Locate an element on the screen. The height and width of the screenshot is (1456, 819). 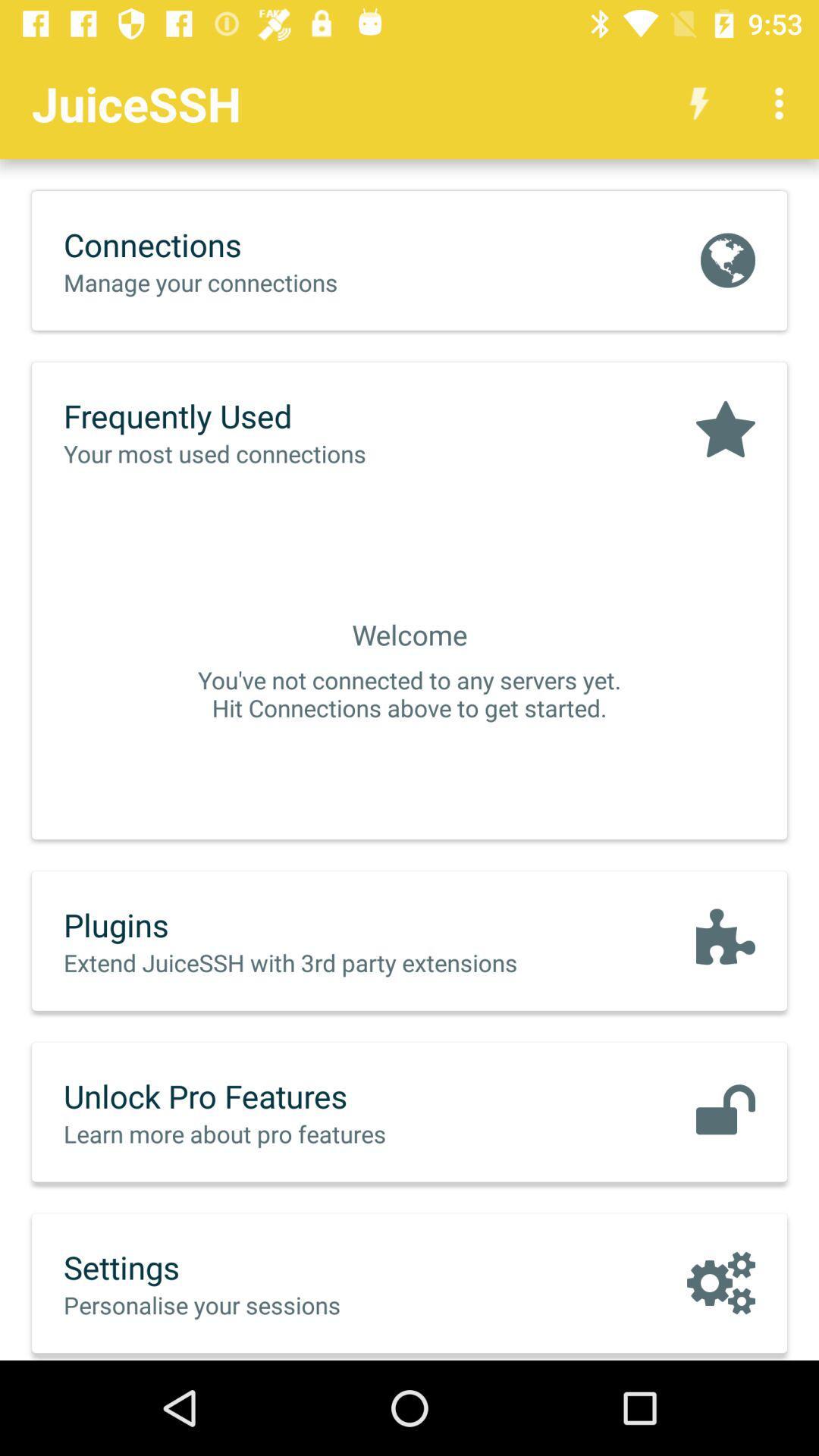
icon next to the settings item is located at coordinates (720, 1282).